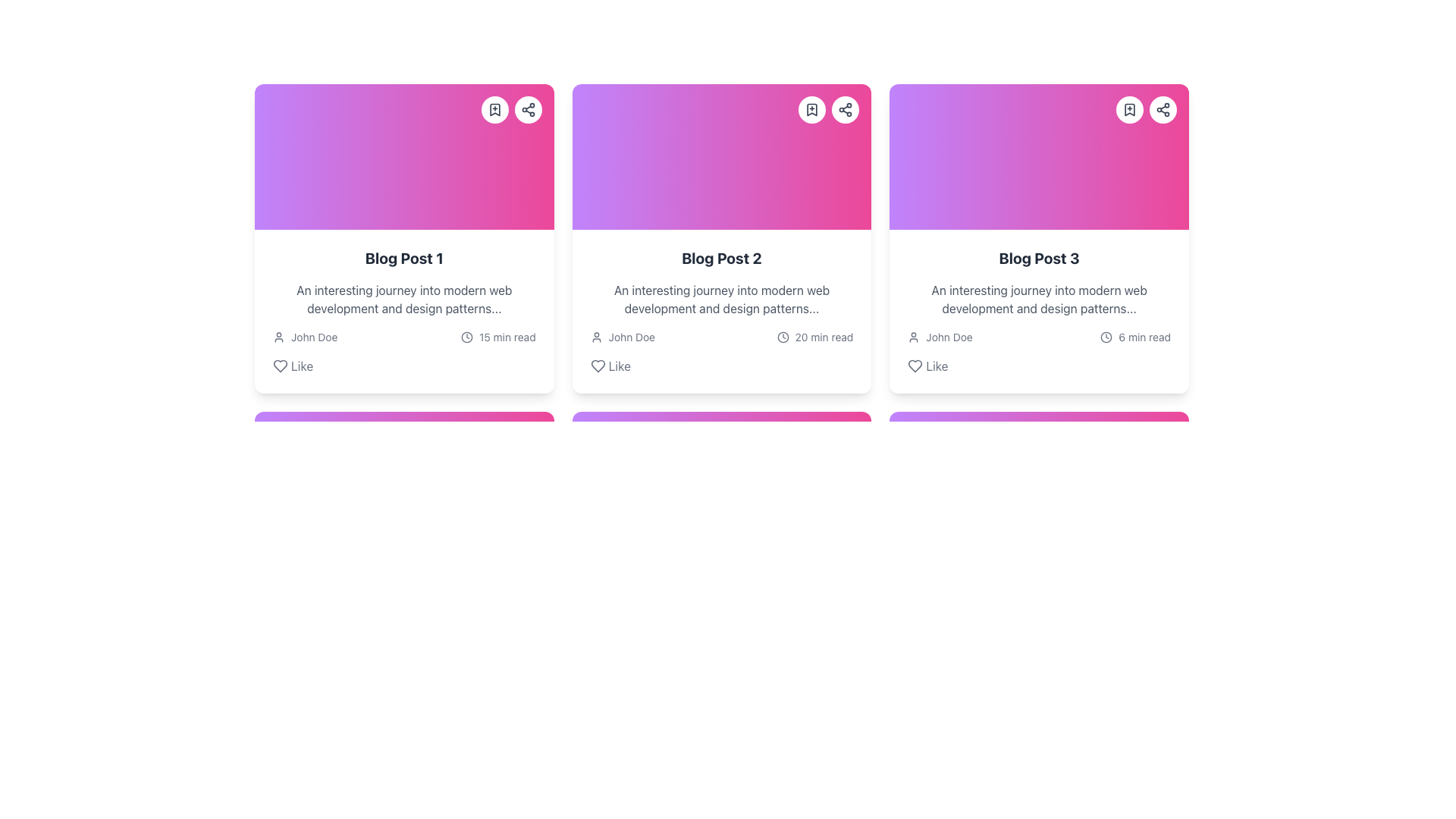 The height and width of the screenshot is (819, 1456). I want to click on the circular button with a white background and a bookmark icon, located in the top-right corner of the card labeled 'Blog Post 3', so click(1129, 109).